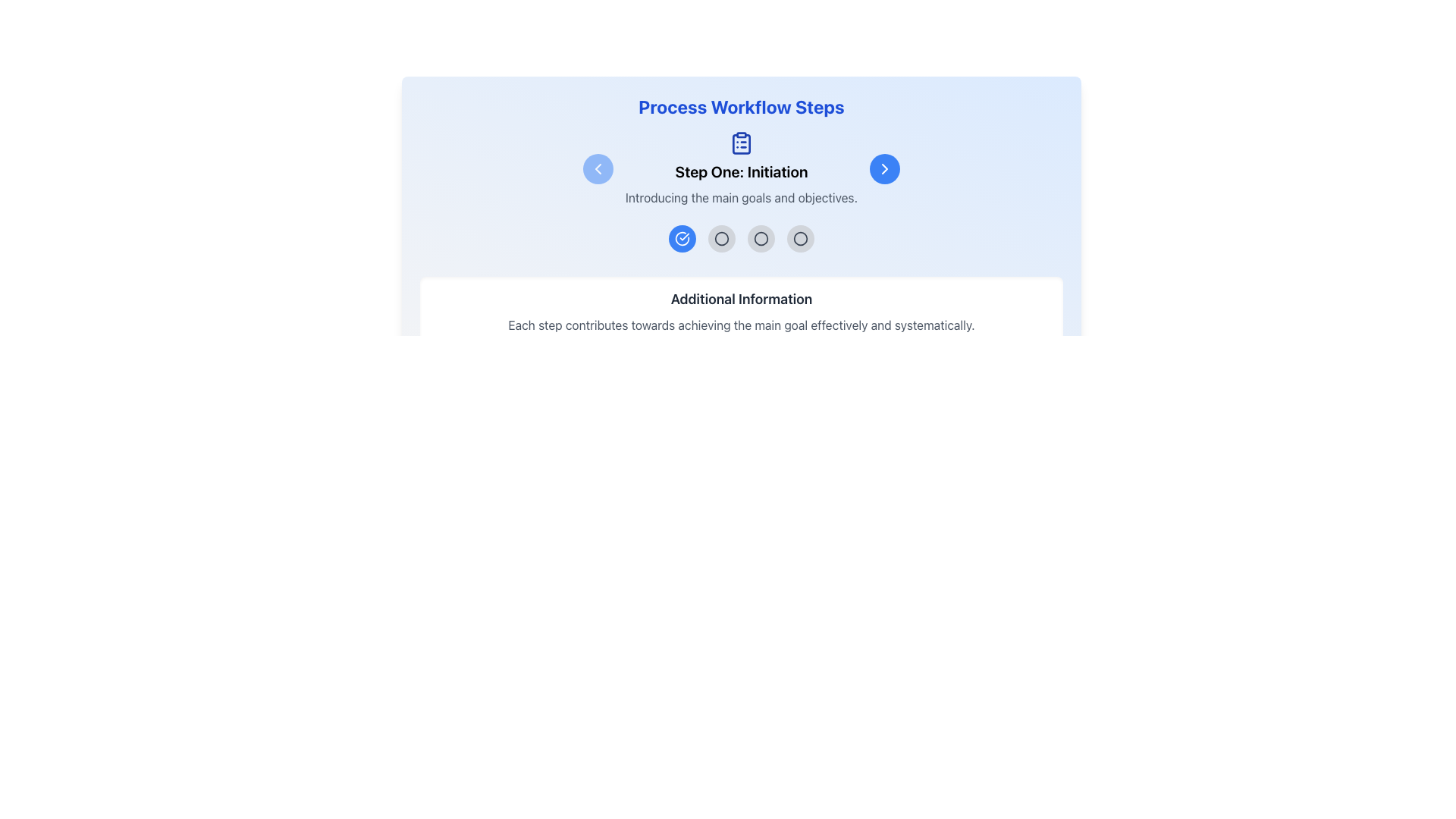  What do you see at coordinates (884, 169) in the screenshot?
I see `the blue circular button with a white rightward arrow located to the right of the 'Step One: Initiation' text in the 'Process Workflow Steps' section` at bounding box center [884, 169].